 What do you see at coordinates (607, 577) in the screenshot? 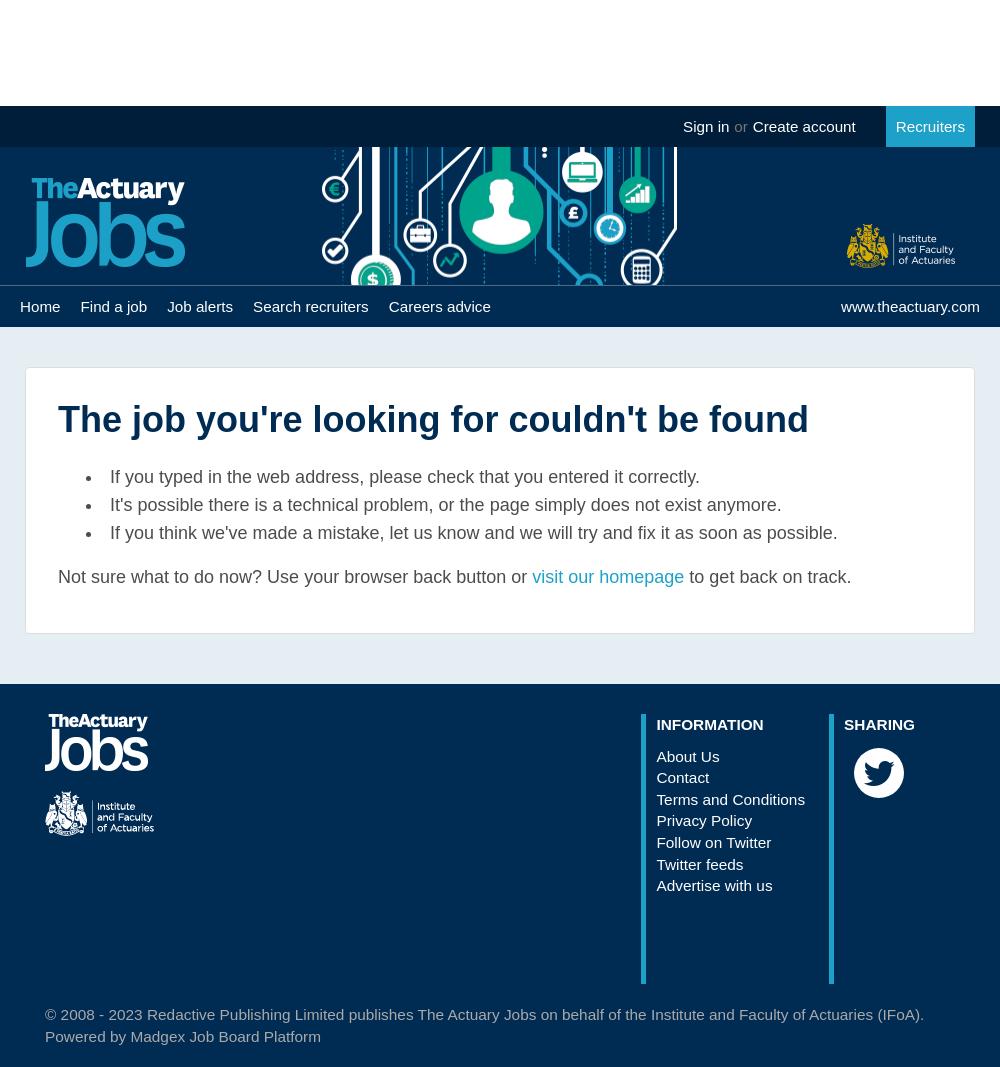
I see `'visit our homepage'` at bounding box center [607, 577].